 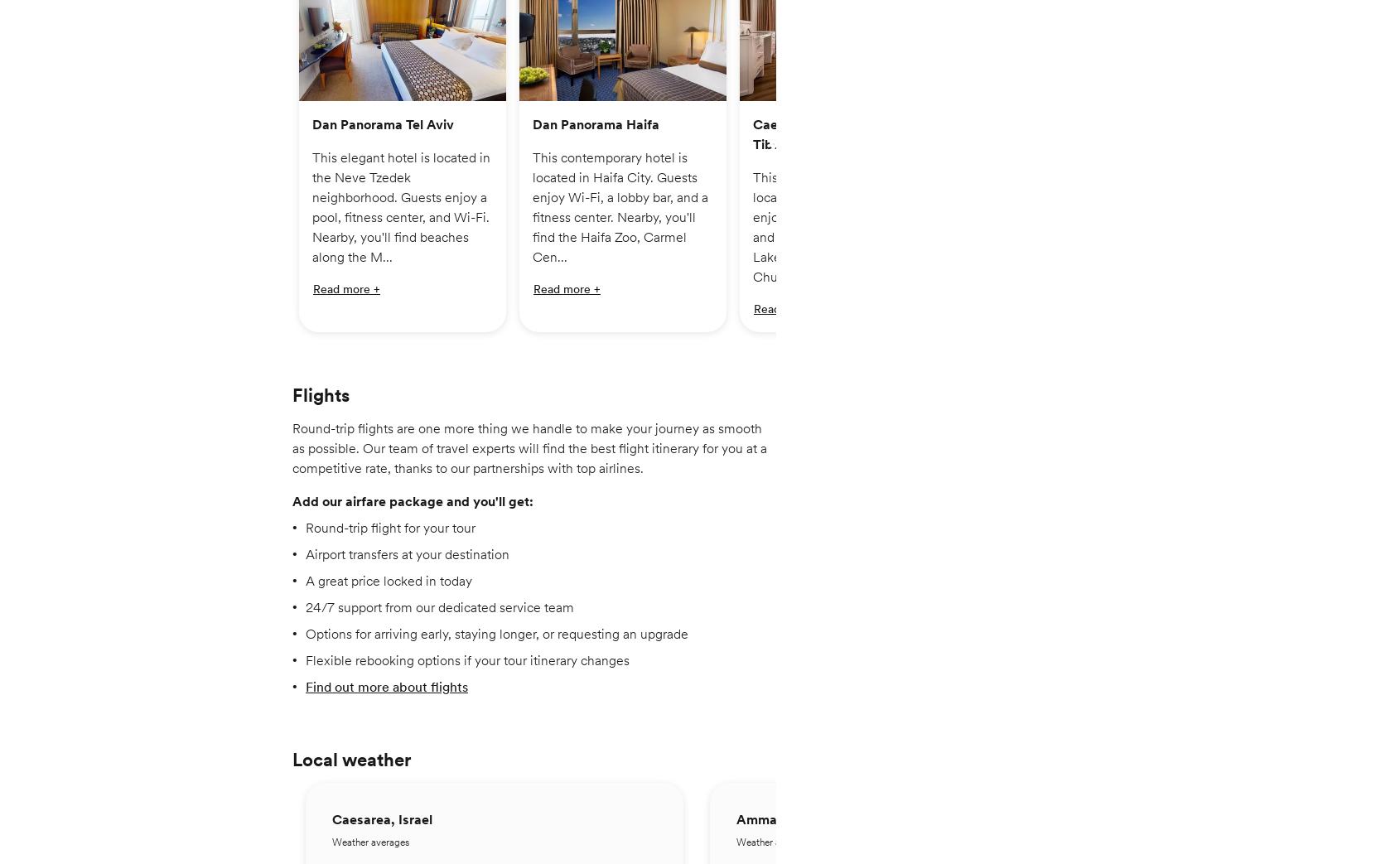 What do you see at coordinates (468, 424) in the screenshot?
I see `'Later, celebrate your trip with your group at a farewell dinner.'` at bounding box center [468, 424].